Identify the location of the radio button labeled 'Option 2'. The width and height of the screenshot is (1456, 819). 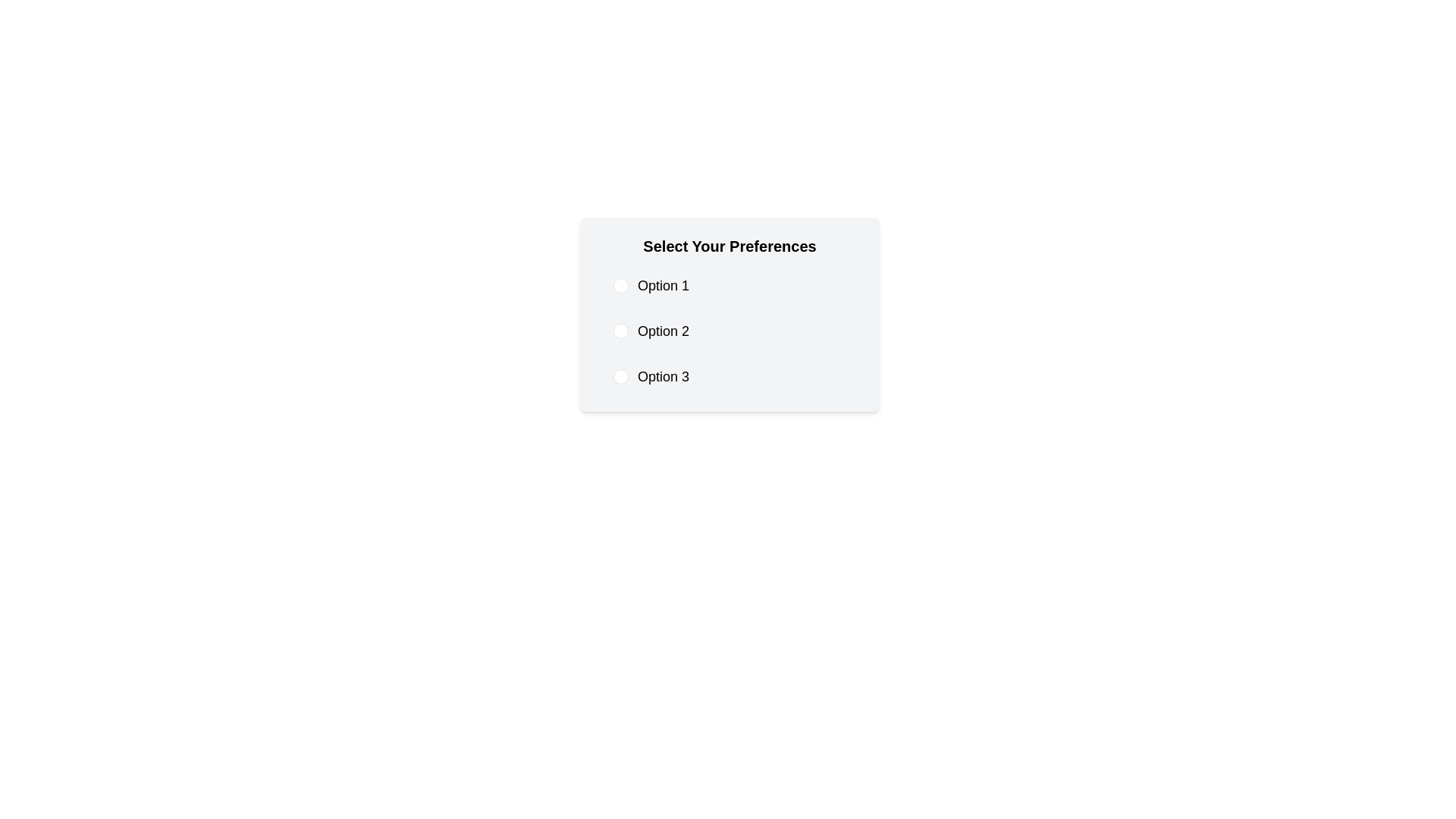
(730, 330).